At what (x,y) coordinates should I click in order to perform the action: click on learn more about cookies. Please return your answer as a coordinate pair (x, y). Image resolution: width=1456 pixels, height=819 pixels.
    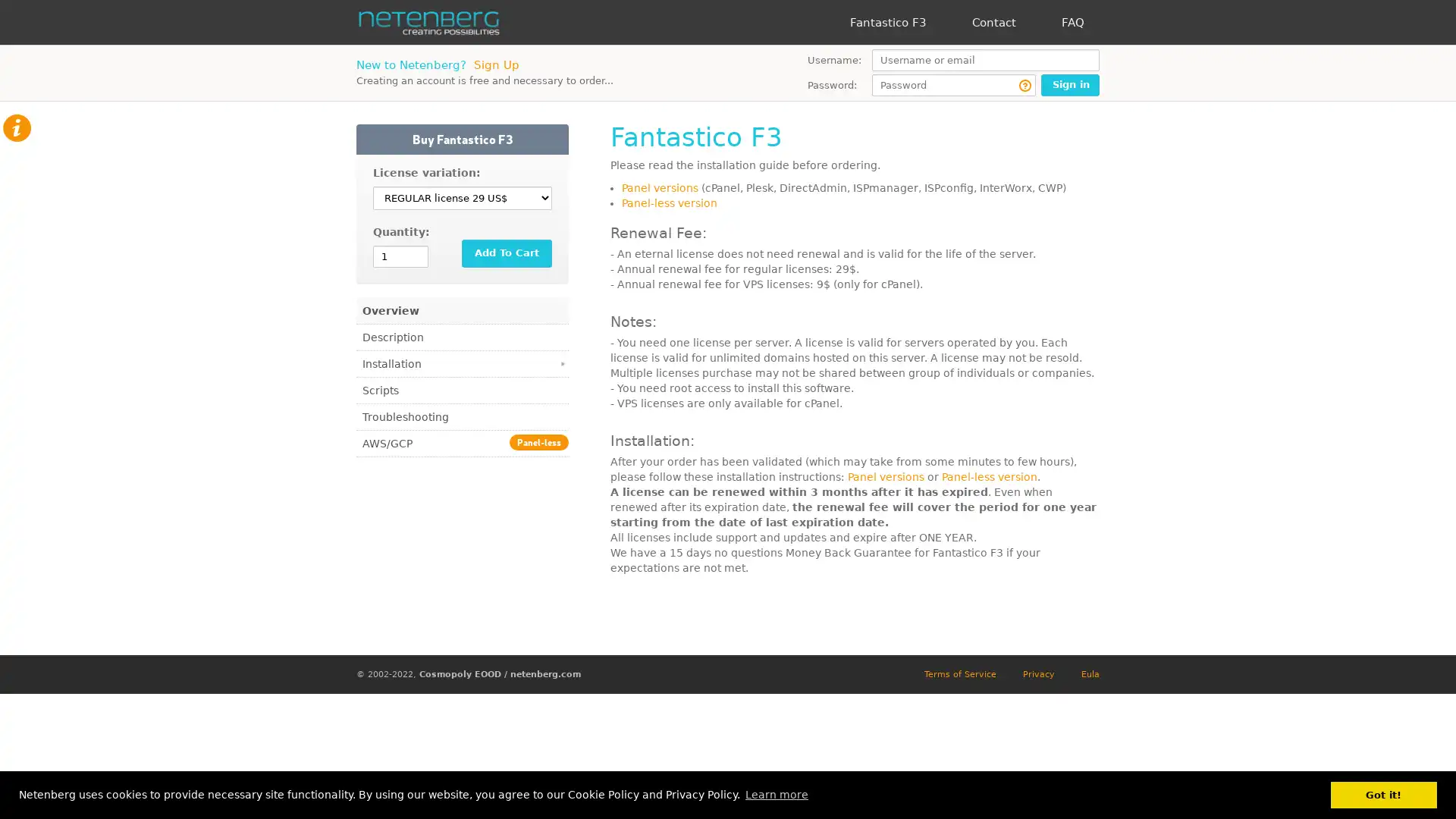
    Looking at the image, I should click on (776, 794).